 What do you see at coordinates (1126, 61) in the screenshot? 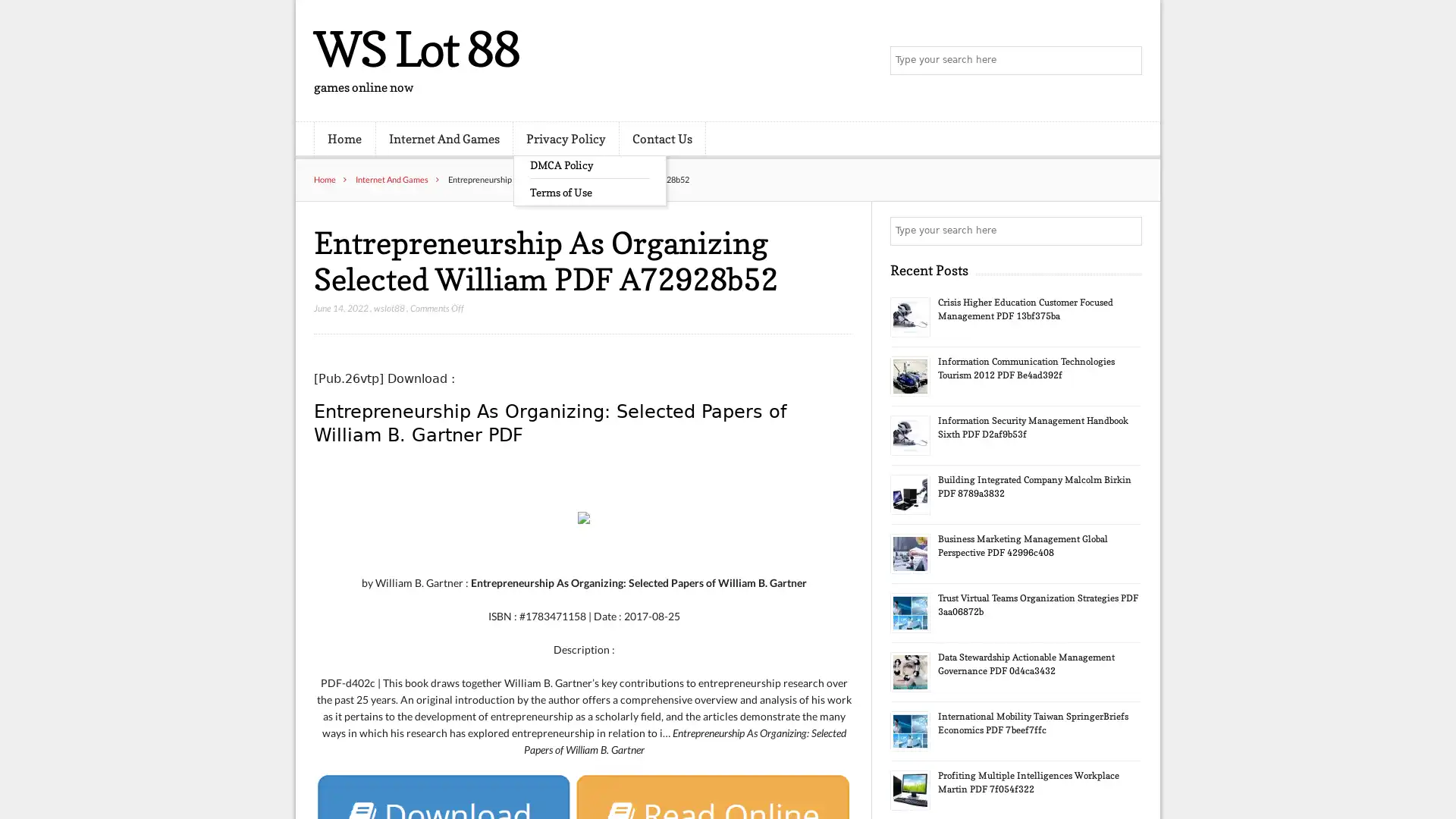
I see `Search` at bounding box center [1126, 61].